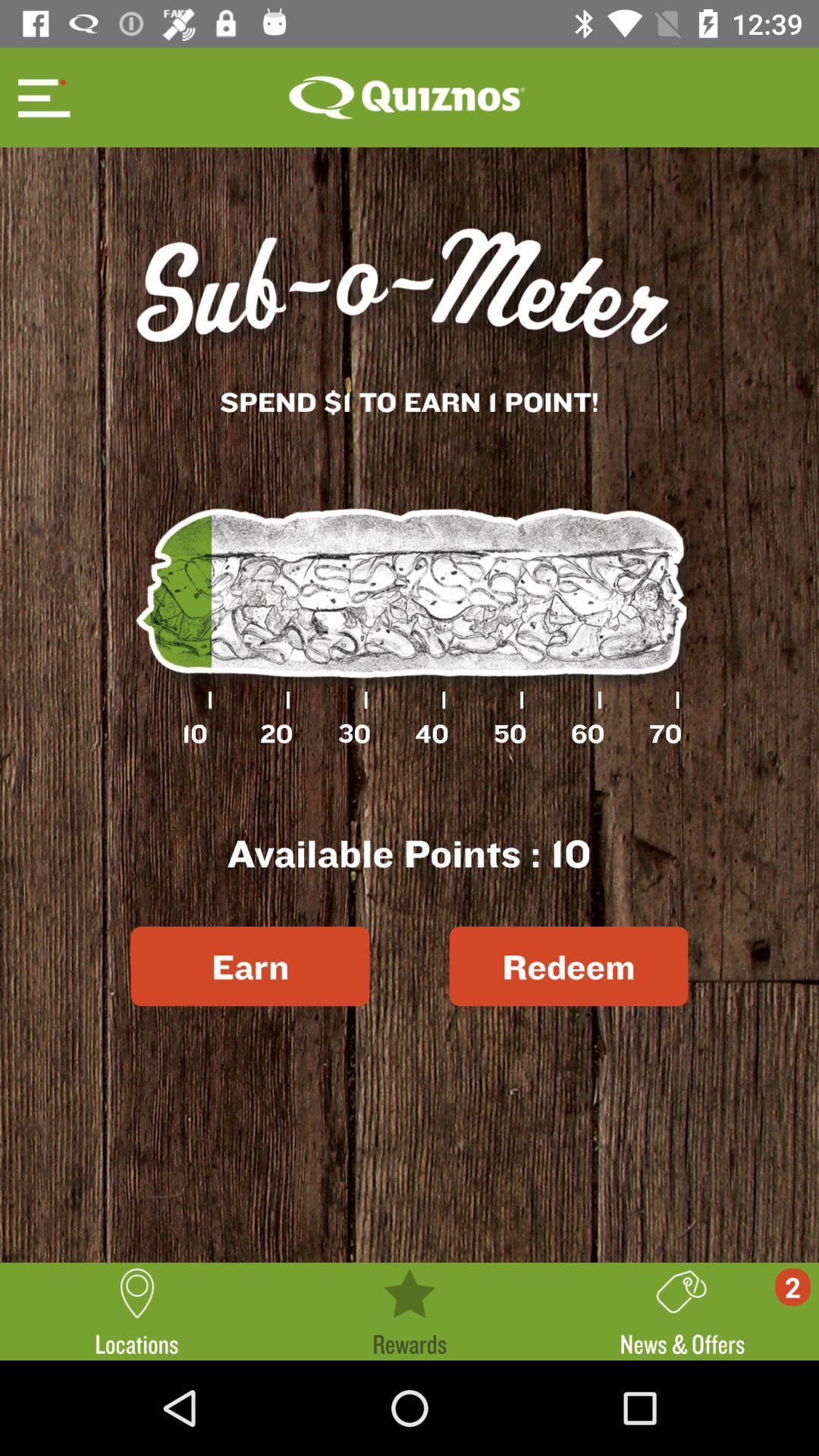 Image resolution: width=819 pixels, height=1456 pixels. I want to click on settings/options, so click(41, 96).